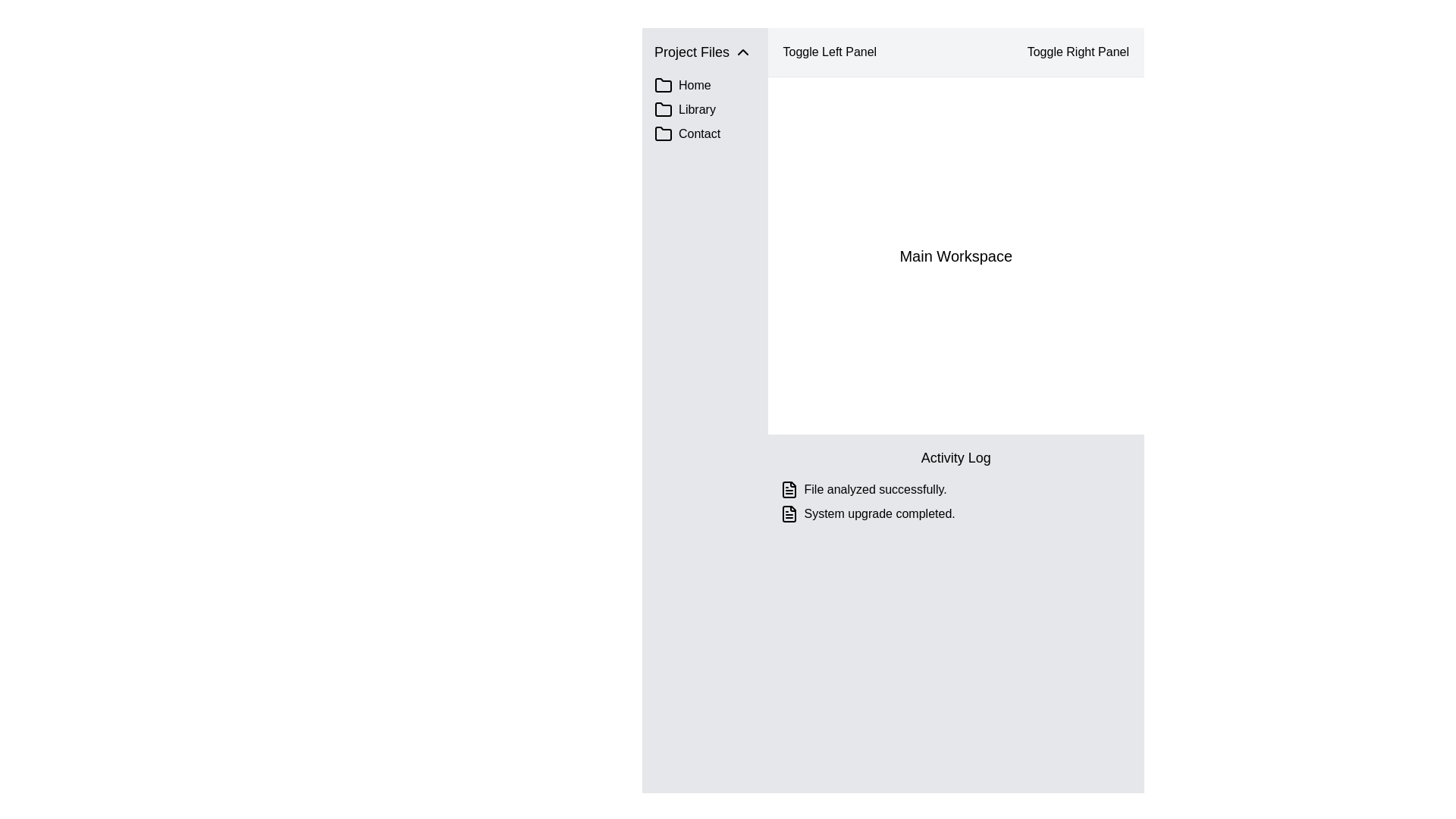  Describe the element at coordinates (663, 85) in the screenshot. I see `the folder icon located to the left of the 'Home' text label in the side navigation menu` at that location.